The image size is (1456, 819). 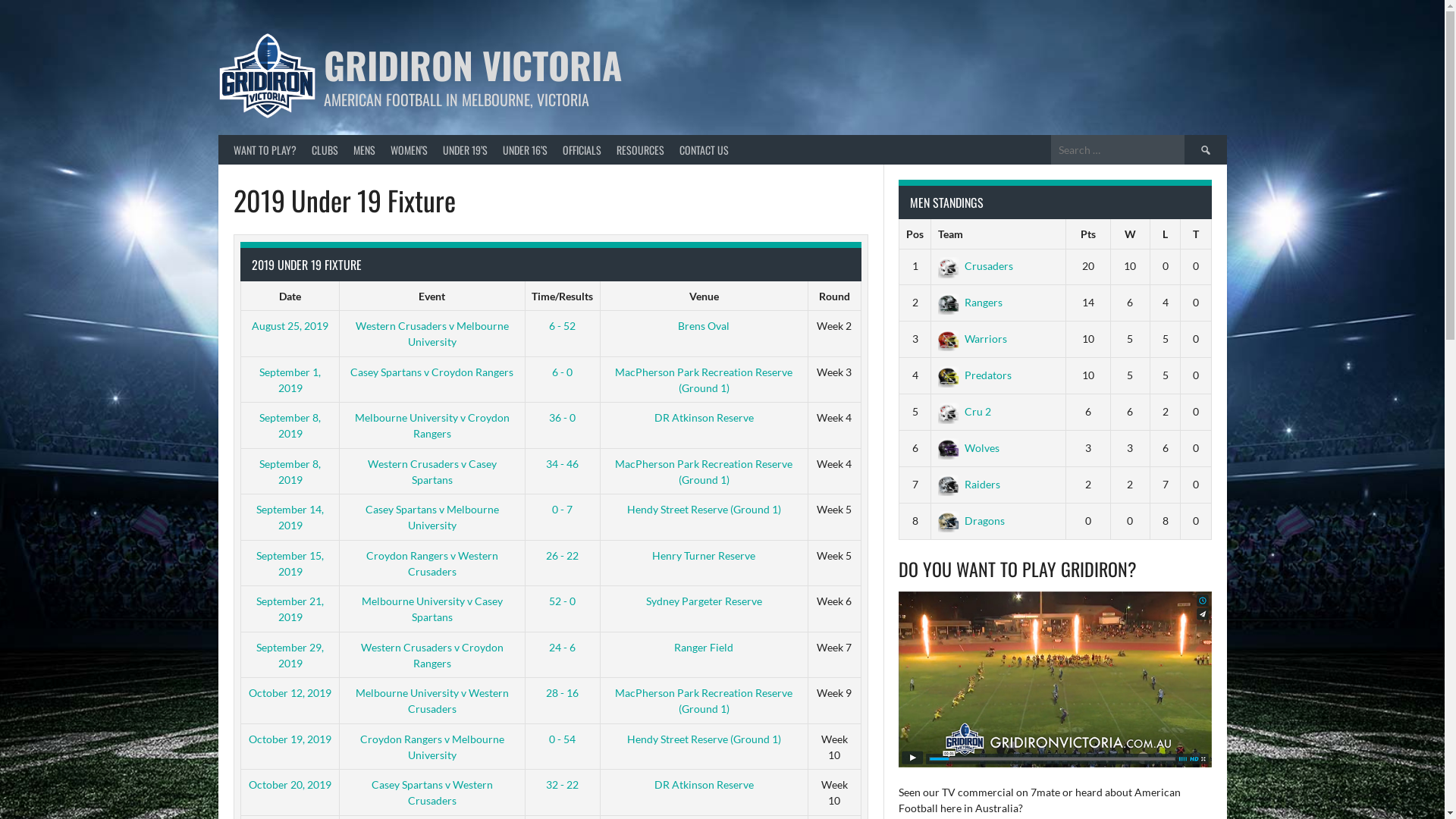 I want to click on 'Ranger Field', so click(x=673, y=646).